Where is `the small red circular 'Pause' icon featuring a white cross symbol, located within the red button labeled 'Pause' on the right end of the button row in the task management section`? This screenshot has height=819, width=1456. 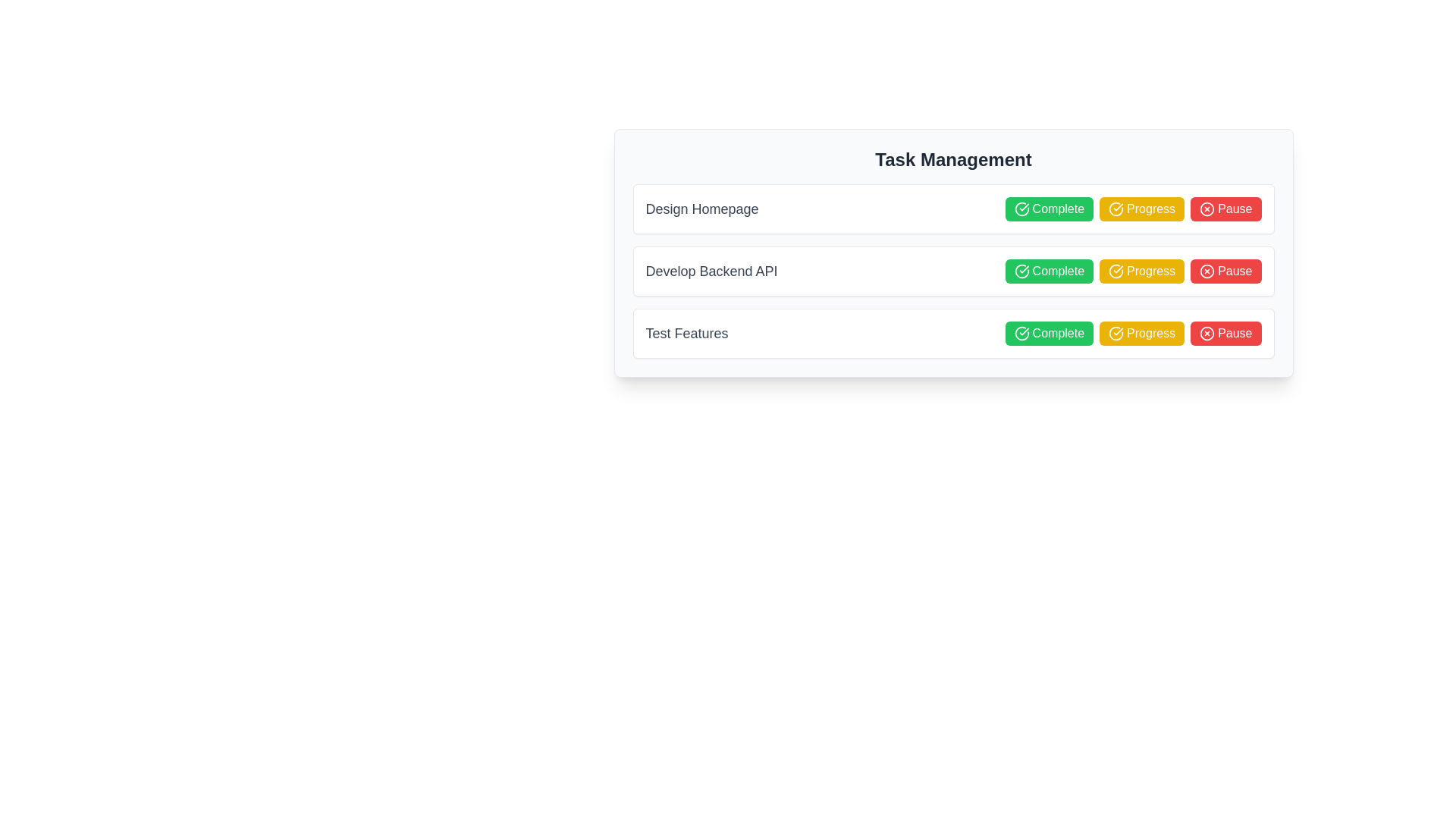 the small red circular 'Pause' icon featuring a white cross symbol, located within the red button labeled 'Pause' on the right end of the button row in the task management section is located at coordinates (1207, 209).